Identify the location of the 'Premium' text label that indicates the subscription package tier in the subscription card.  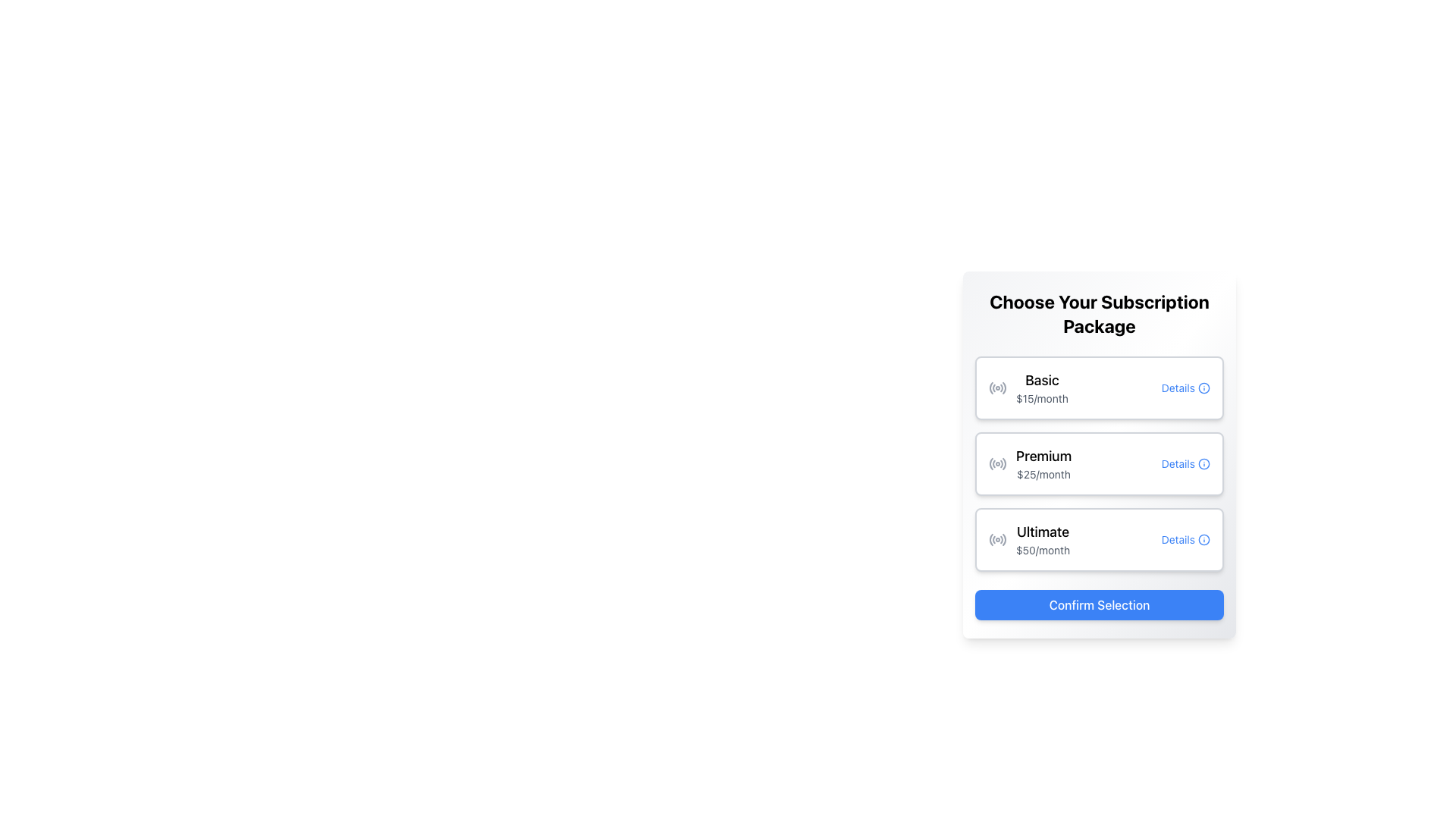
(1043, 455).